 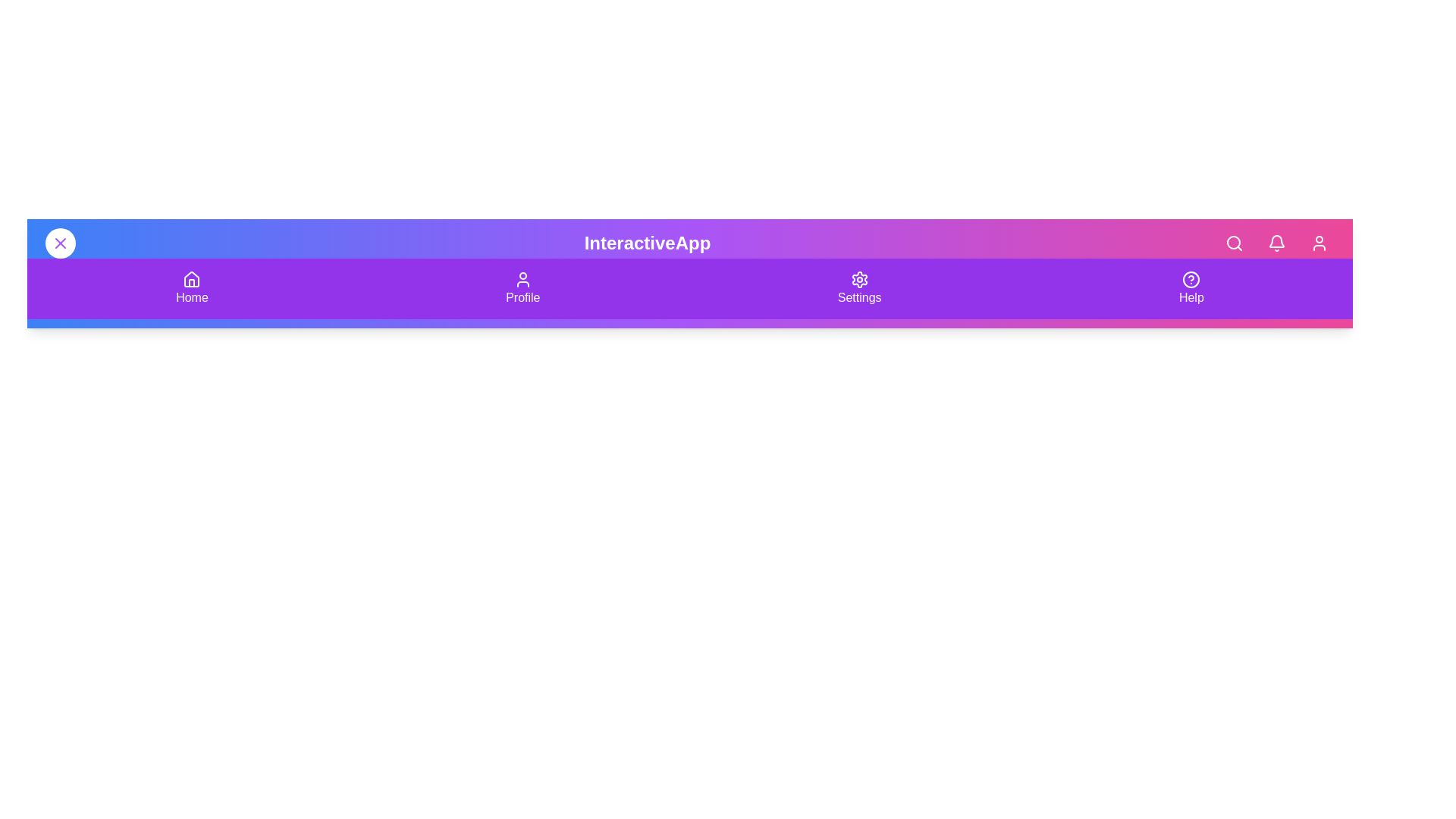 What do you see at coordinates (1318, 242) in the screenshot?
I see `the user button in the navigation bar` at bounding box center [1318, 242].